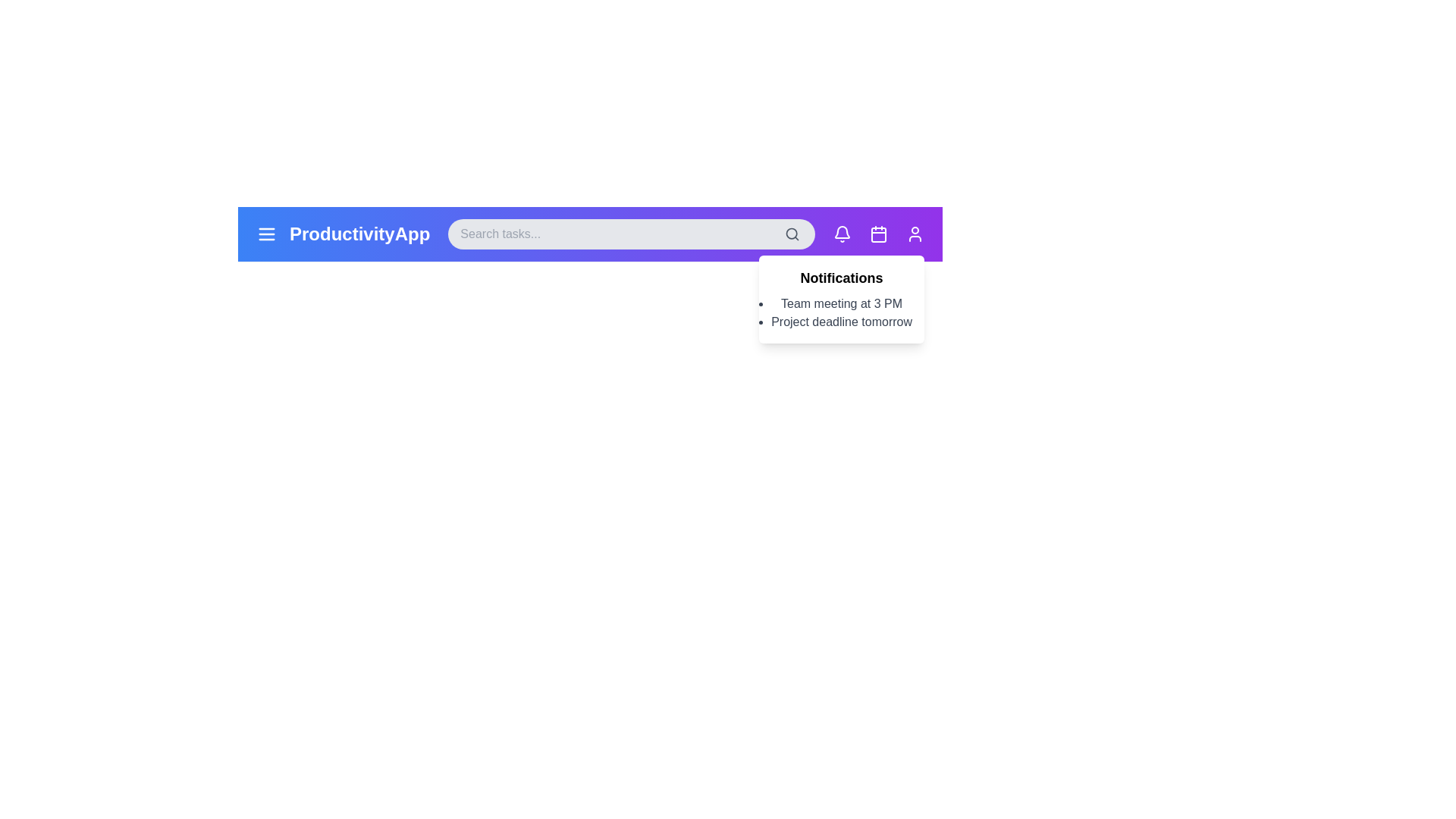 The height and width of the screenshot is (819, 1456). I want to click on the user profile icon to view user options, so click(914, 234).